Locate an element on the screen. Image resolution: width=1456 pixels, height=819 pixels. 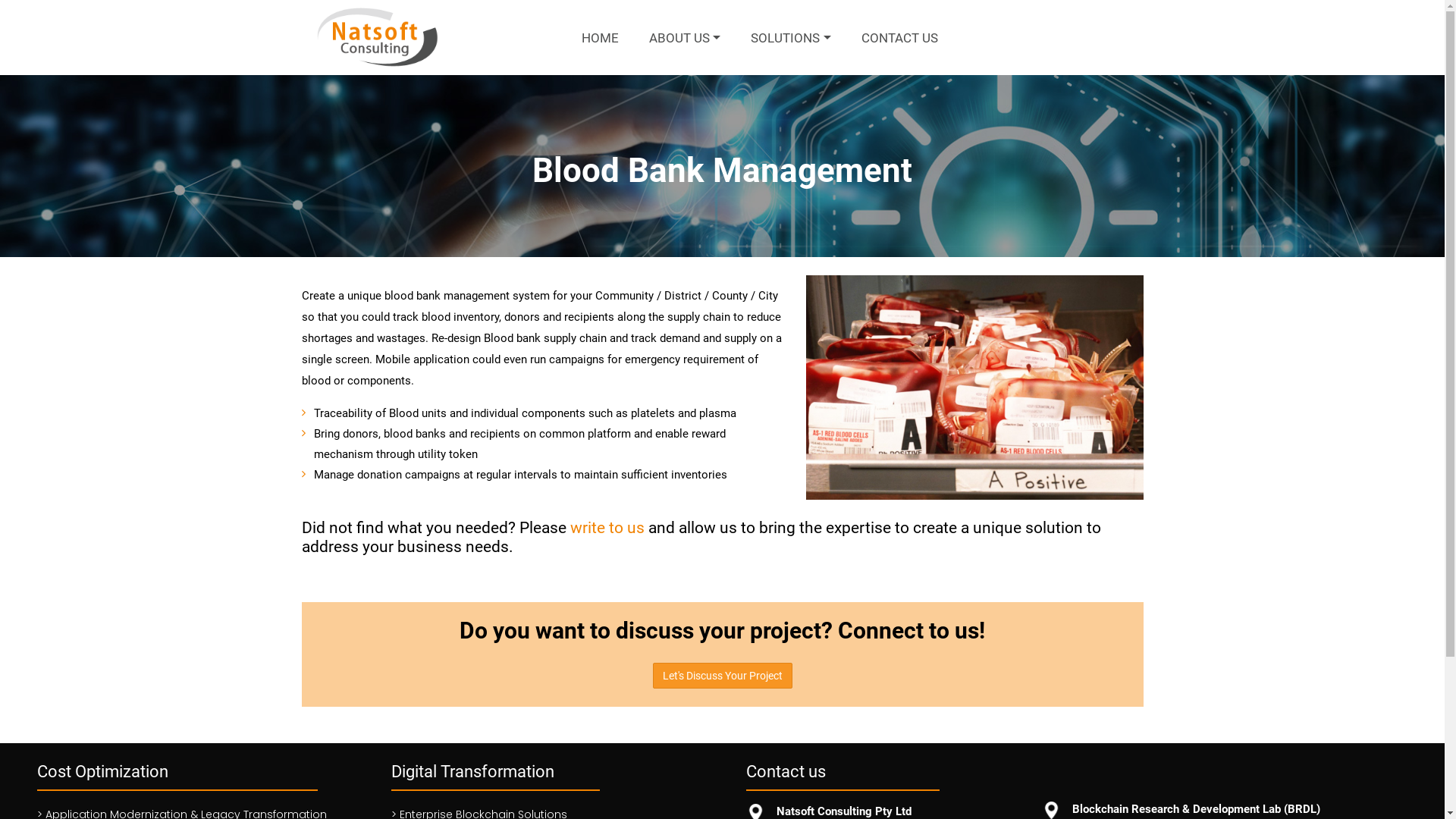
'Let's Discuss Your Project' is located at coordinates (651, 675).